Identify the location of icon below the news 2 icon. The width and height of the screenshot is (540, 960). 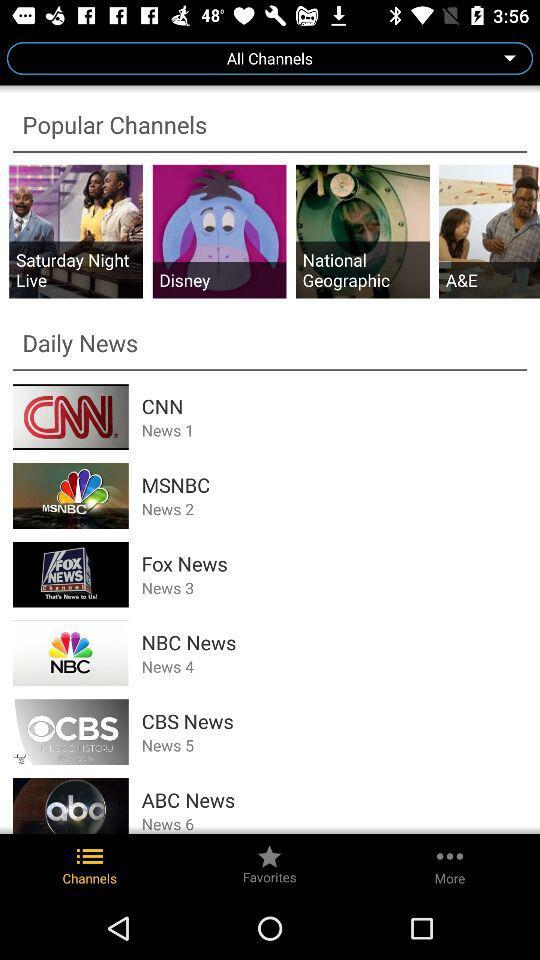
(334, 563).